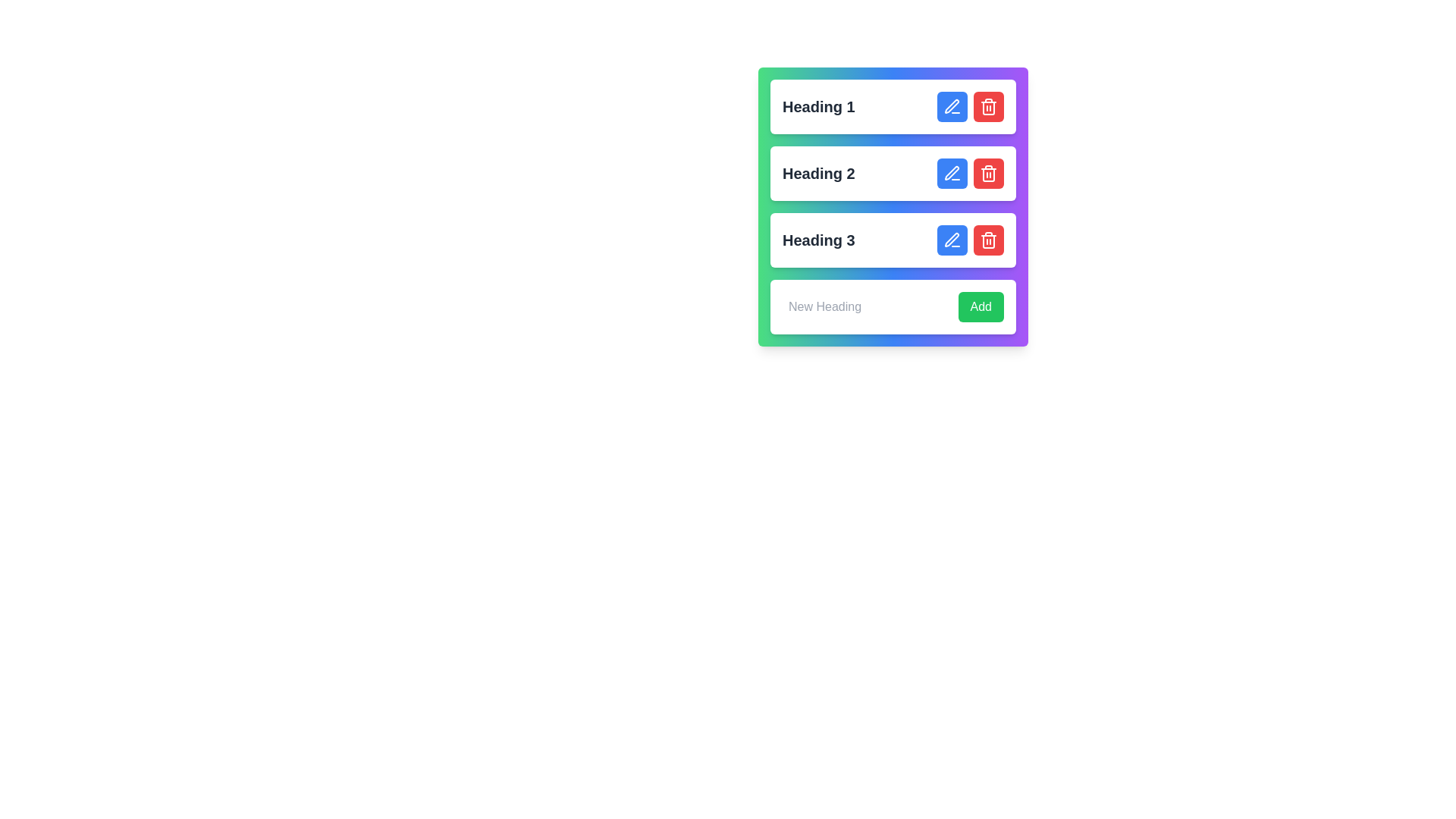  Describe the element at coordinates (952, 239) in the screenshot. I see `the blue pen-shaped button located to the right of the 'Heading 3' label` at that location.